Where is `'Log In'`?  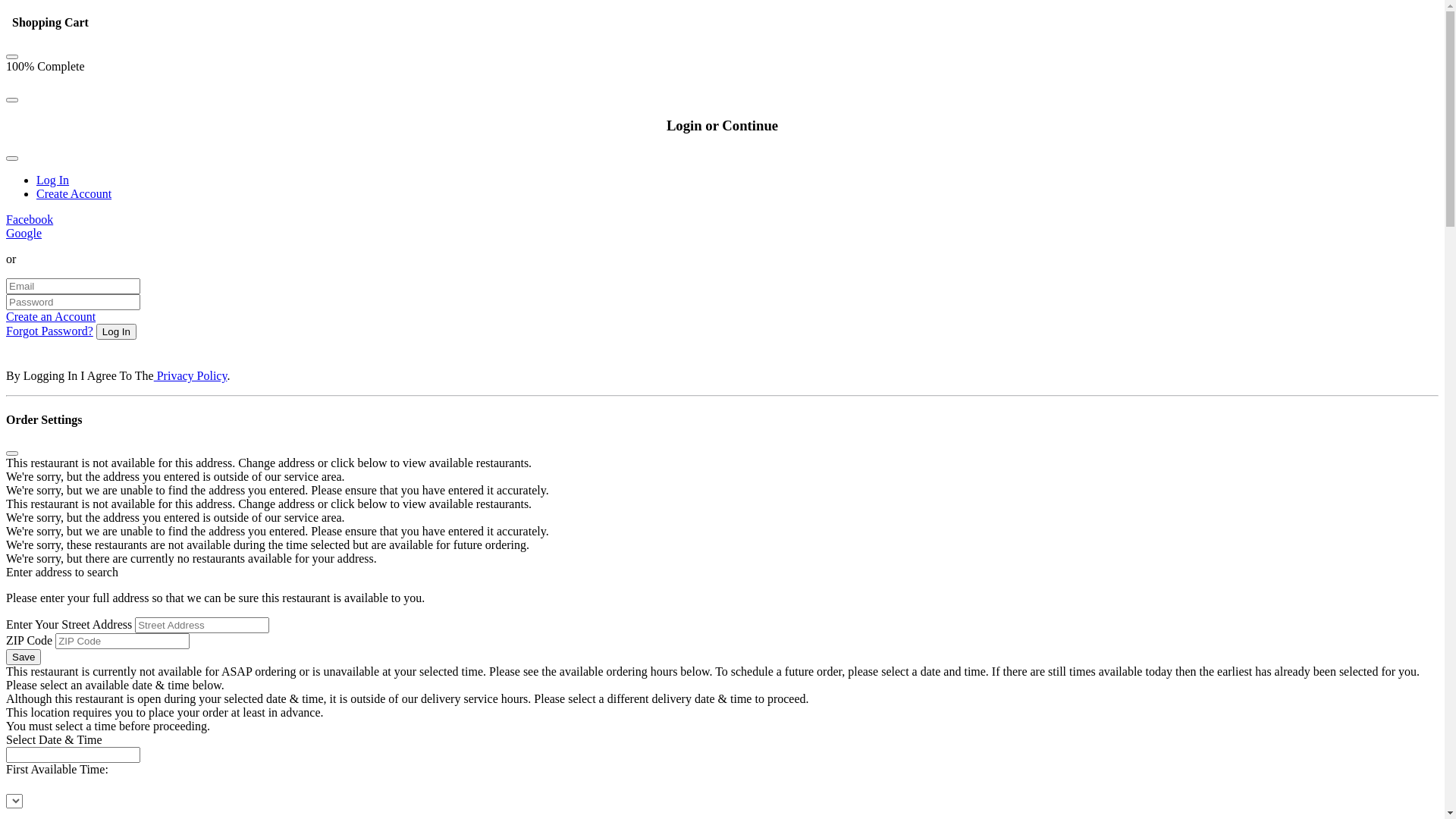
'Log In' is located at coordinates (52, 179).